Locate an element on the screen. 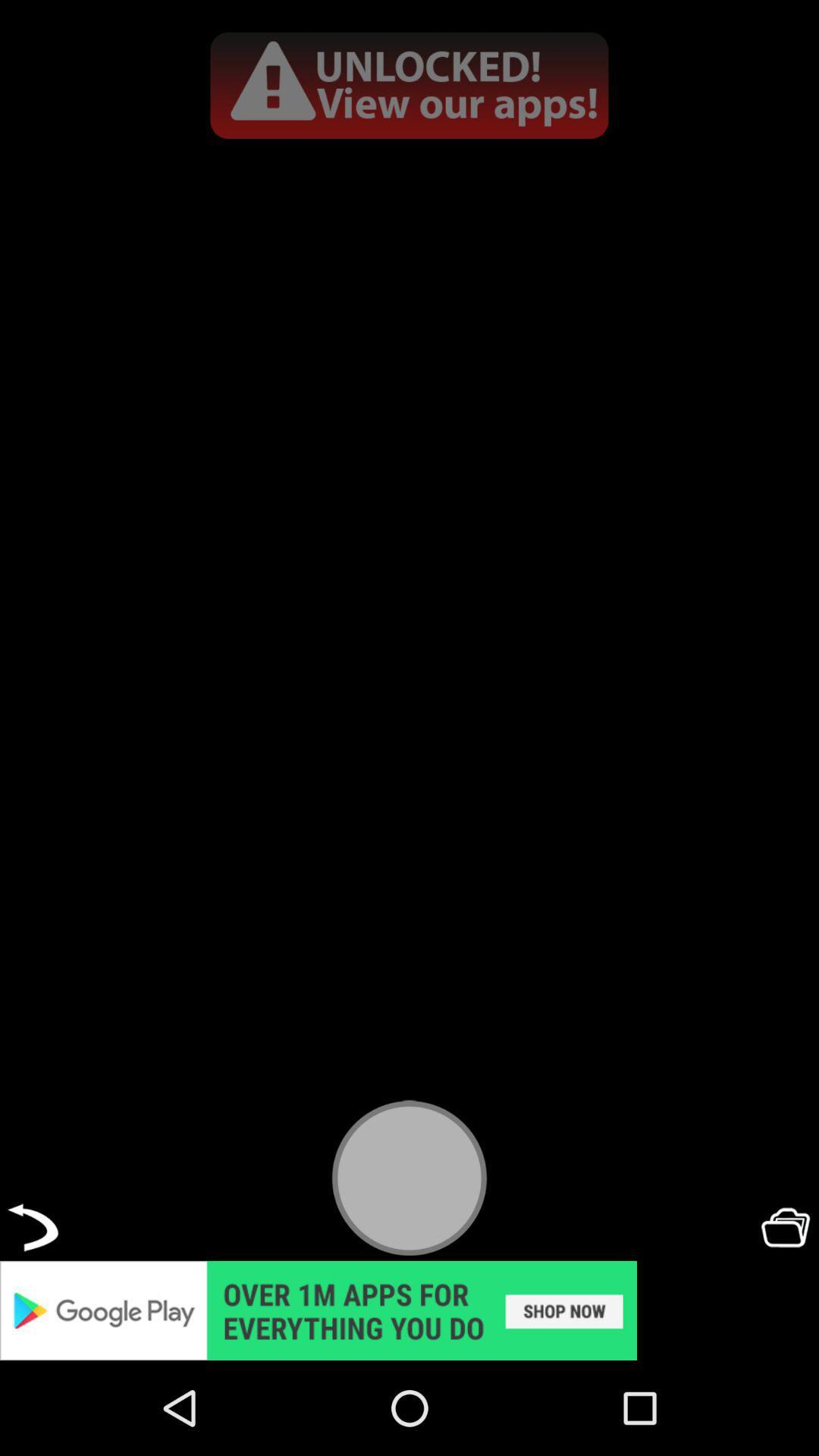 The width and height of the screenshot is (819, 1456). camera capture button is located at coordinates (409, 1177).